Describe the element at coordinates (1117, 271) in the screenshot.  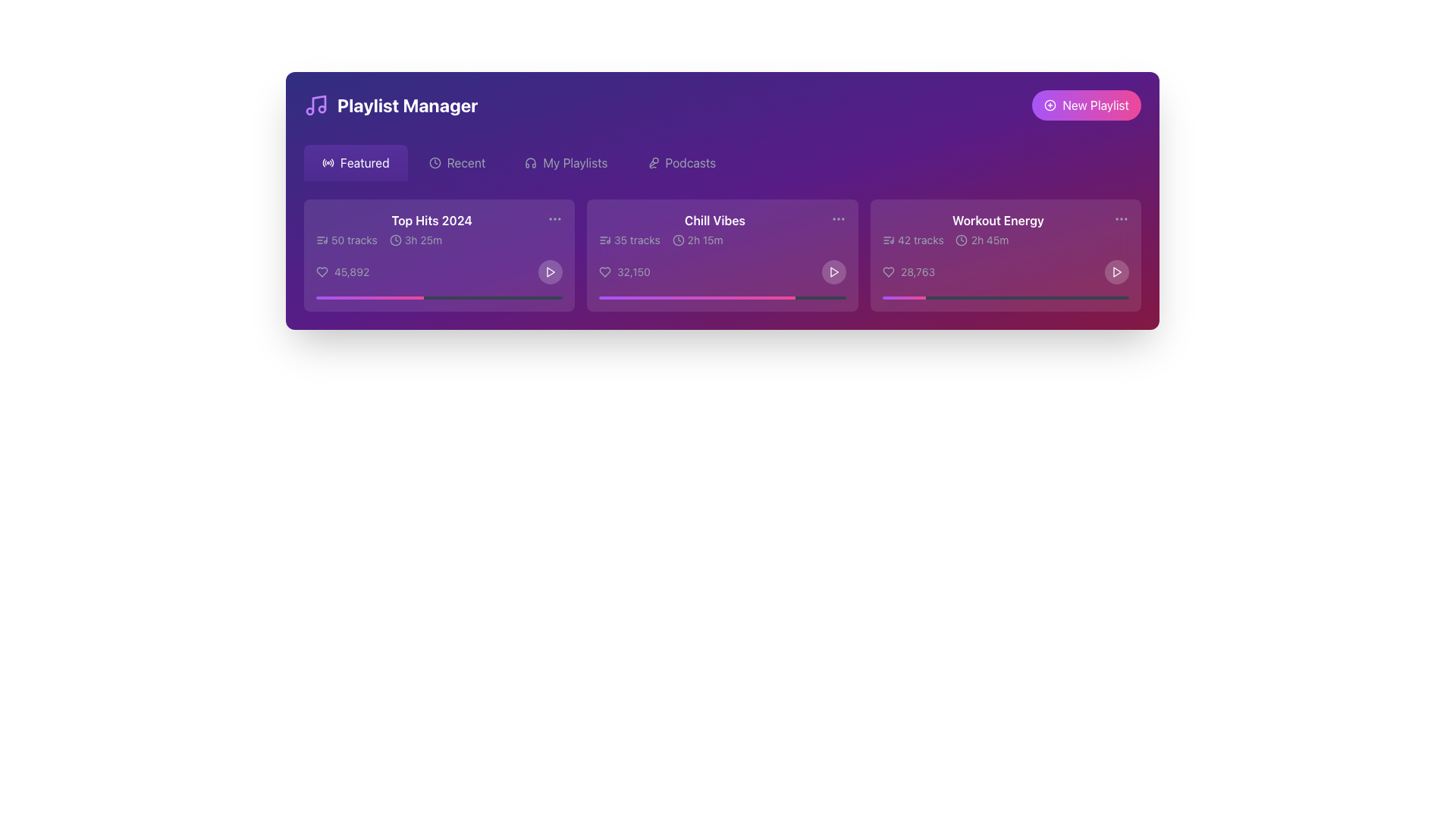
I see `the play icon button located at the bottom-right corner of the 'Workout Energy' playlist card` at that location.